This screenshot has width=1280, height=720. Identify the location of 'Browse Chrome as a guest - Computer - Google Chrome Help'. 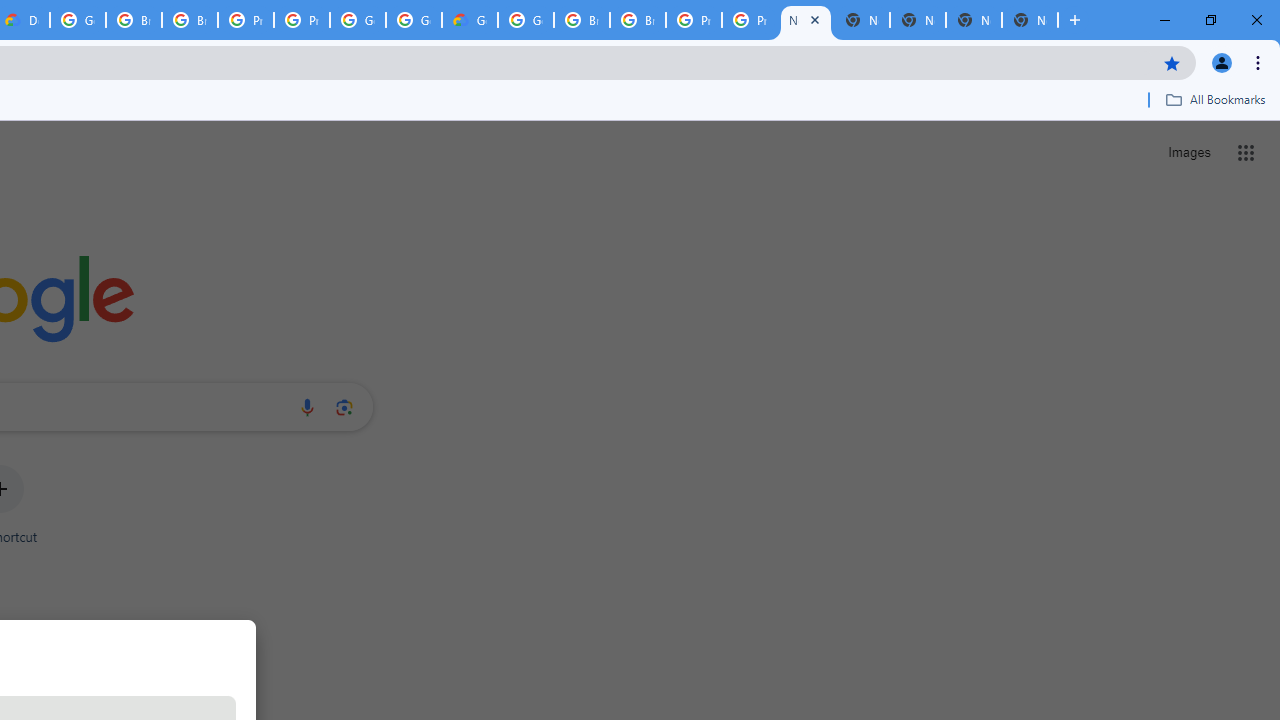
(581, 20).